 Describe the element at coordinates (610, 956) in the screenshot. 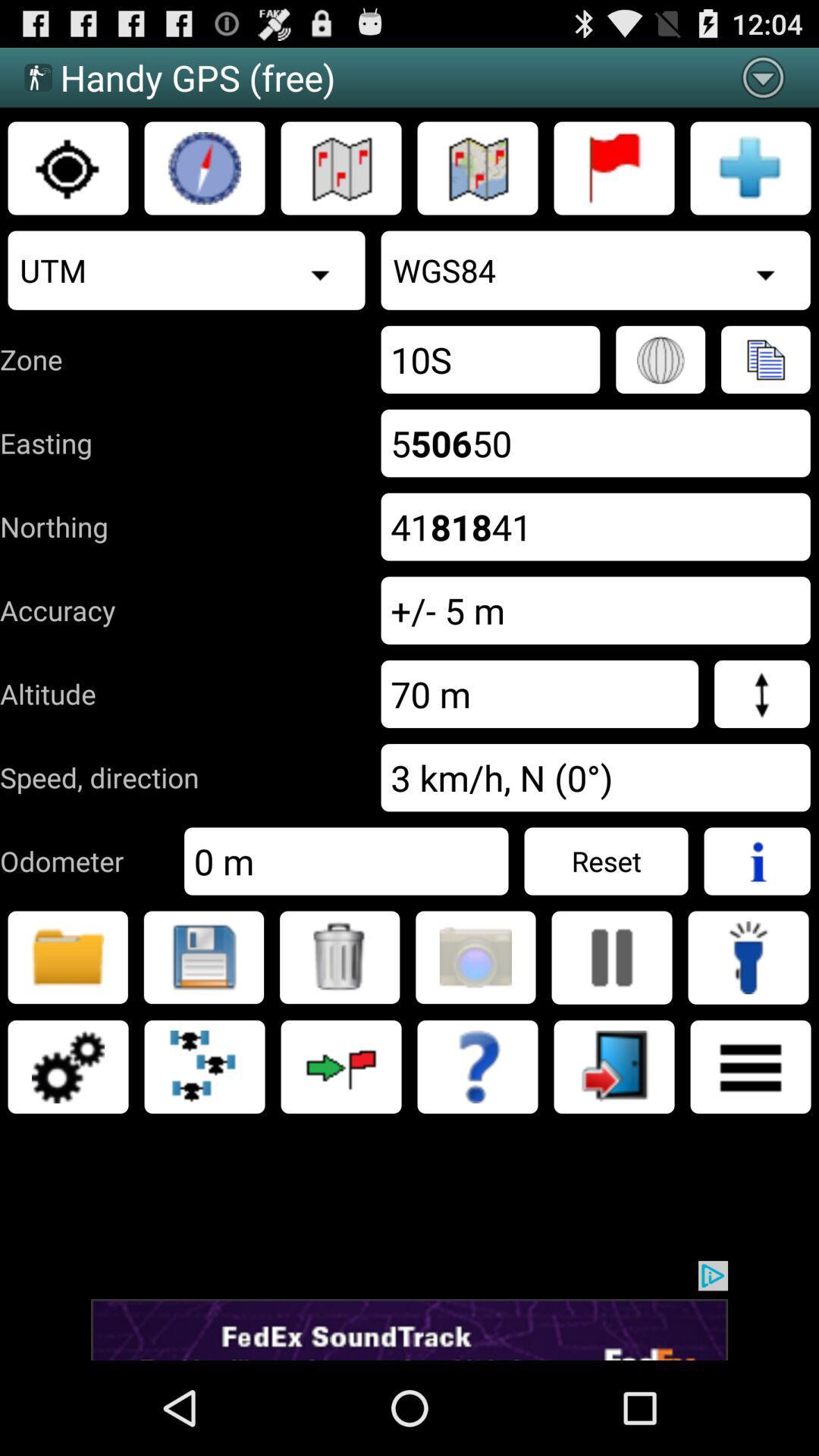

I see `aligns beer vertically` at that location.